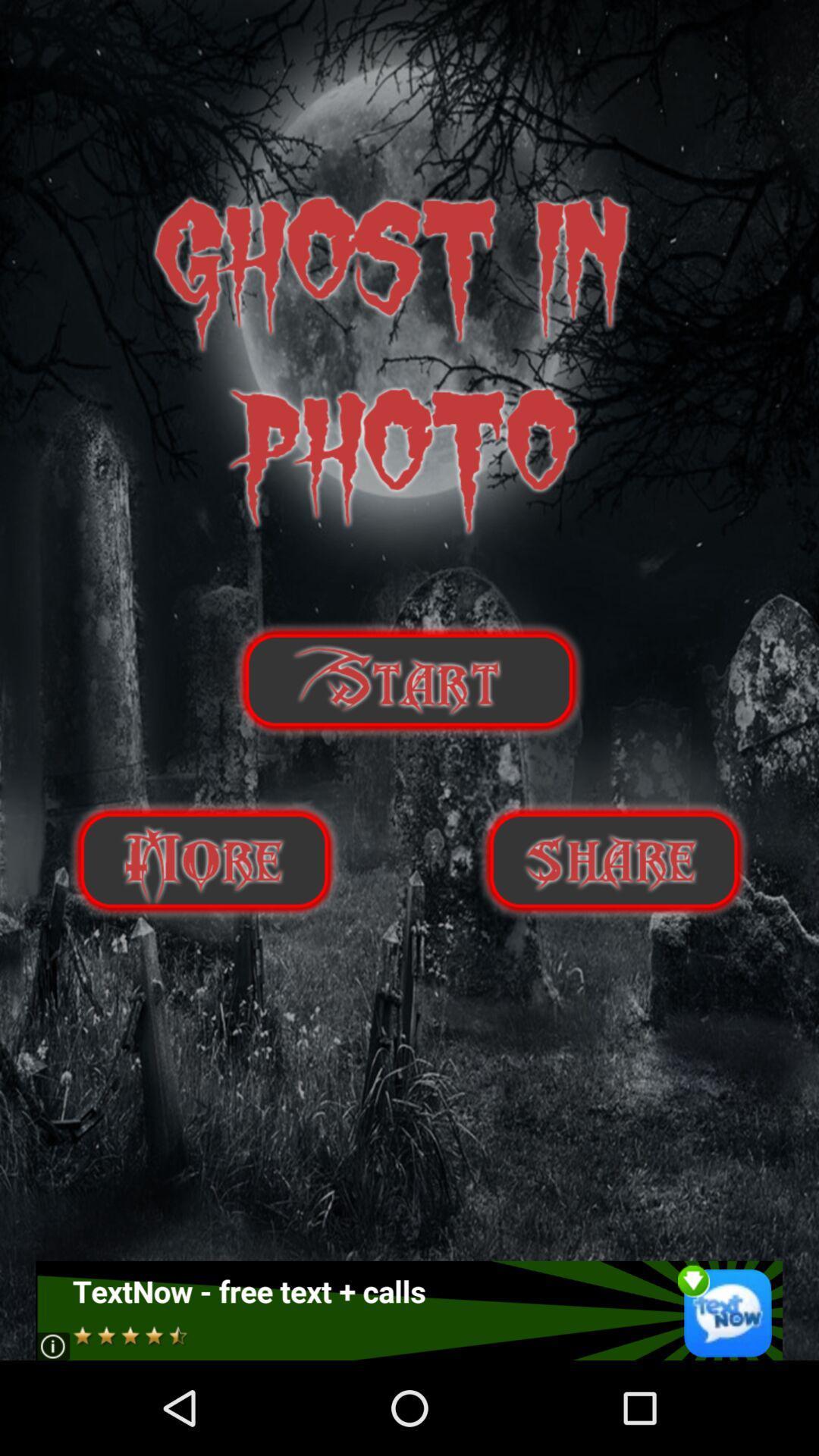 This screenshot has width=819, height=1456. I want to click on open advertisement, so click(408, 1310).